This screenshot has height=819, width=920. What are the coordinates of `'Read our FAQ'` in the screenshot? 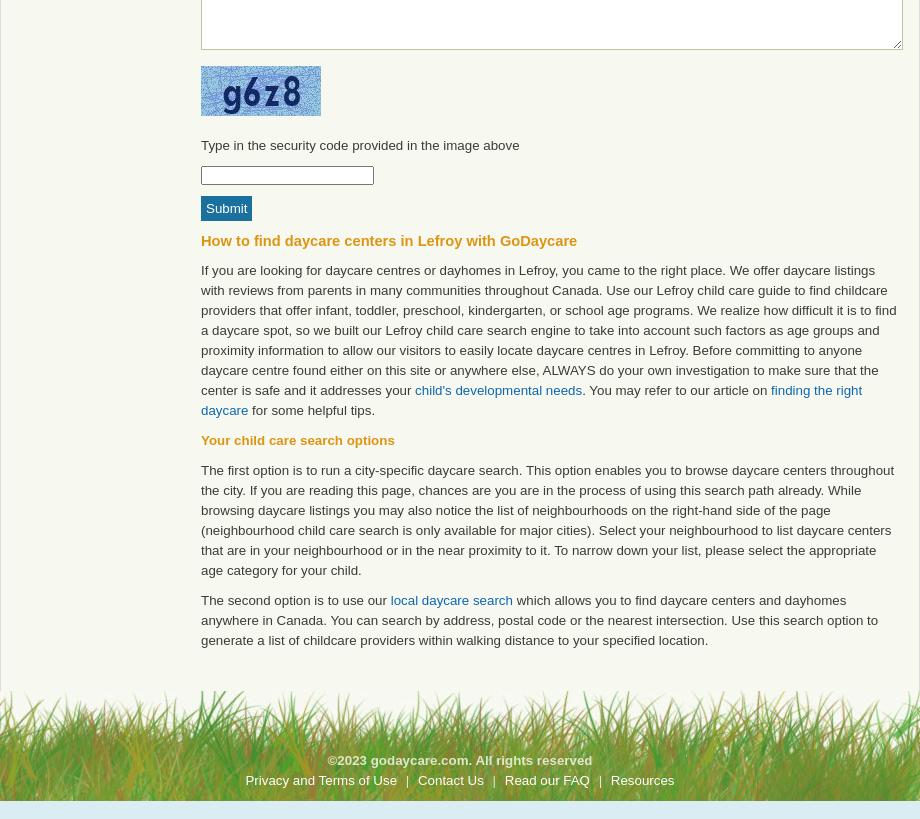 It's located at (503, 780).